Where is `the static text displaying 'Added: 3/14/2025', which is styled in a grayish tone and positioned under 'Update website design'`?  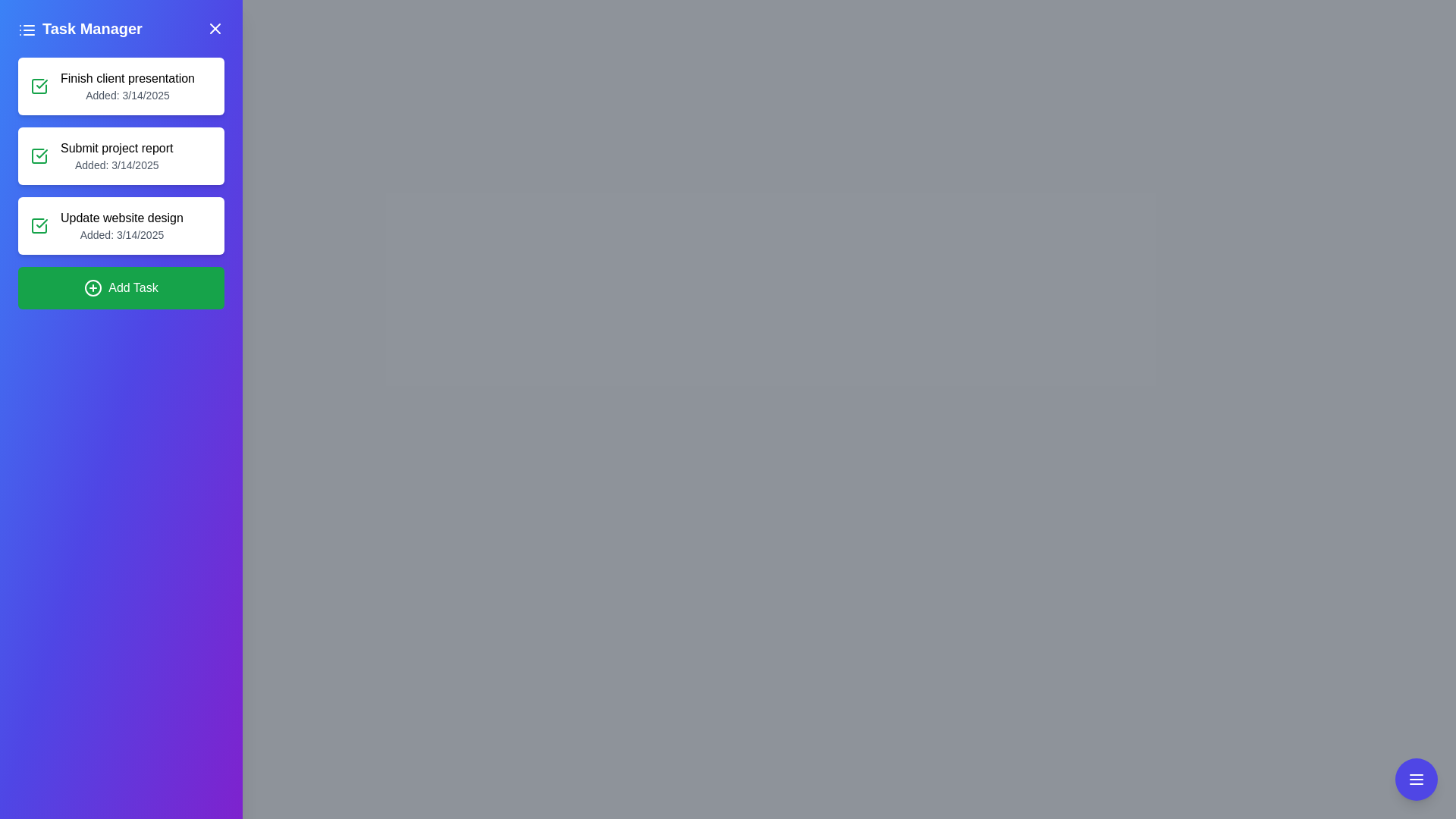 the static text displaying 'Added: 3/14/2025', which is styled in a grayish tone and positioned under 'Update website design' is located at coordinates (121, 234).